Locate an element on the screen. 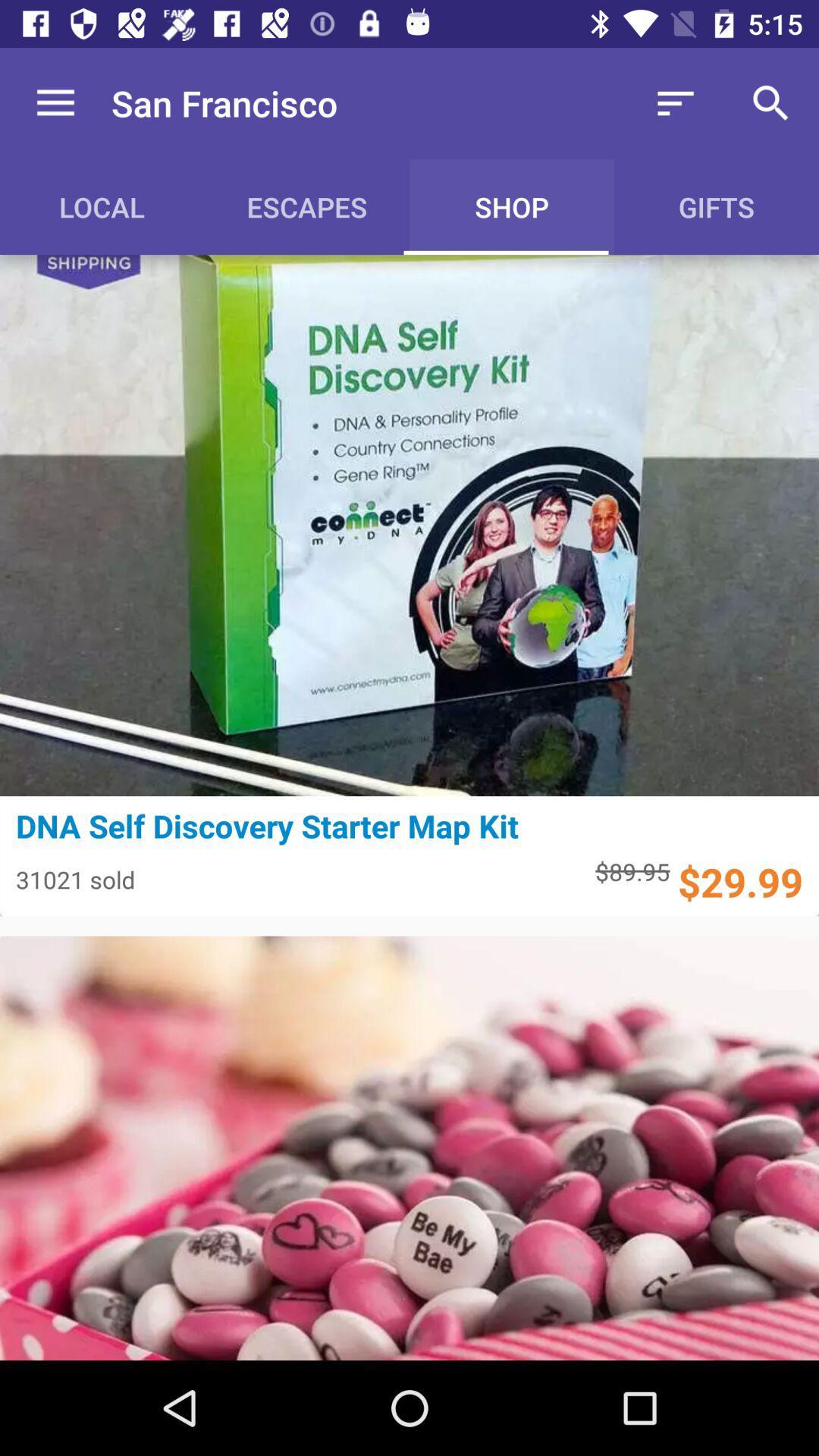 The width and height of the screenshot is (819, 1456). the icon to the right of san francisco icon is located at coordinates (675, 102).